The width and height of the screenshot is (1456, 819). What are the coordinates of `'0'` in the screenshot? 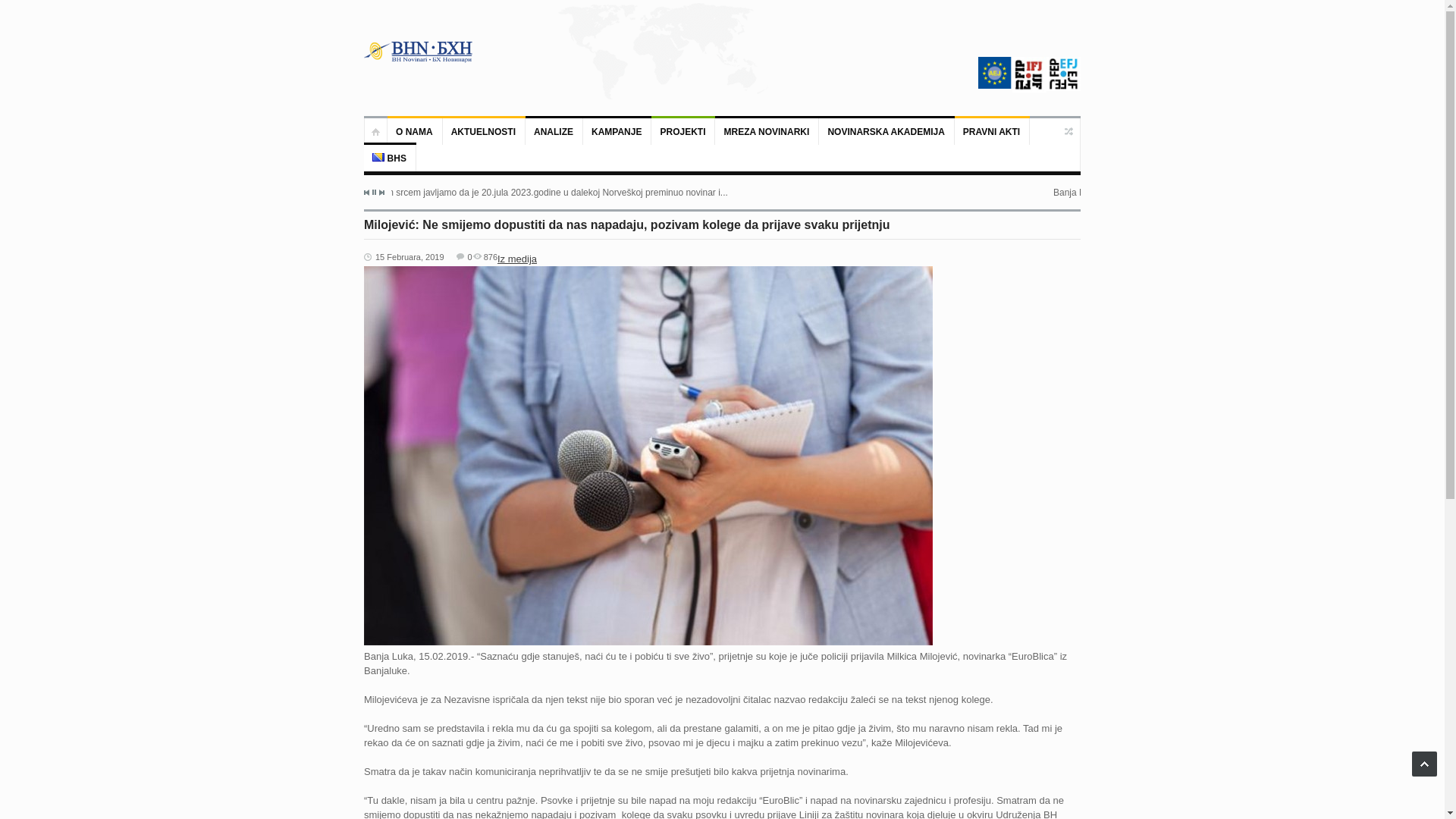 It's located at (463, 256).